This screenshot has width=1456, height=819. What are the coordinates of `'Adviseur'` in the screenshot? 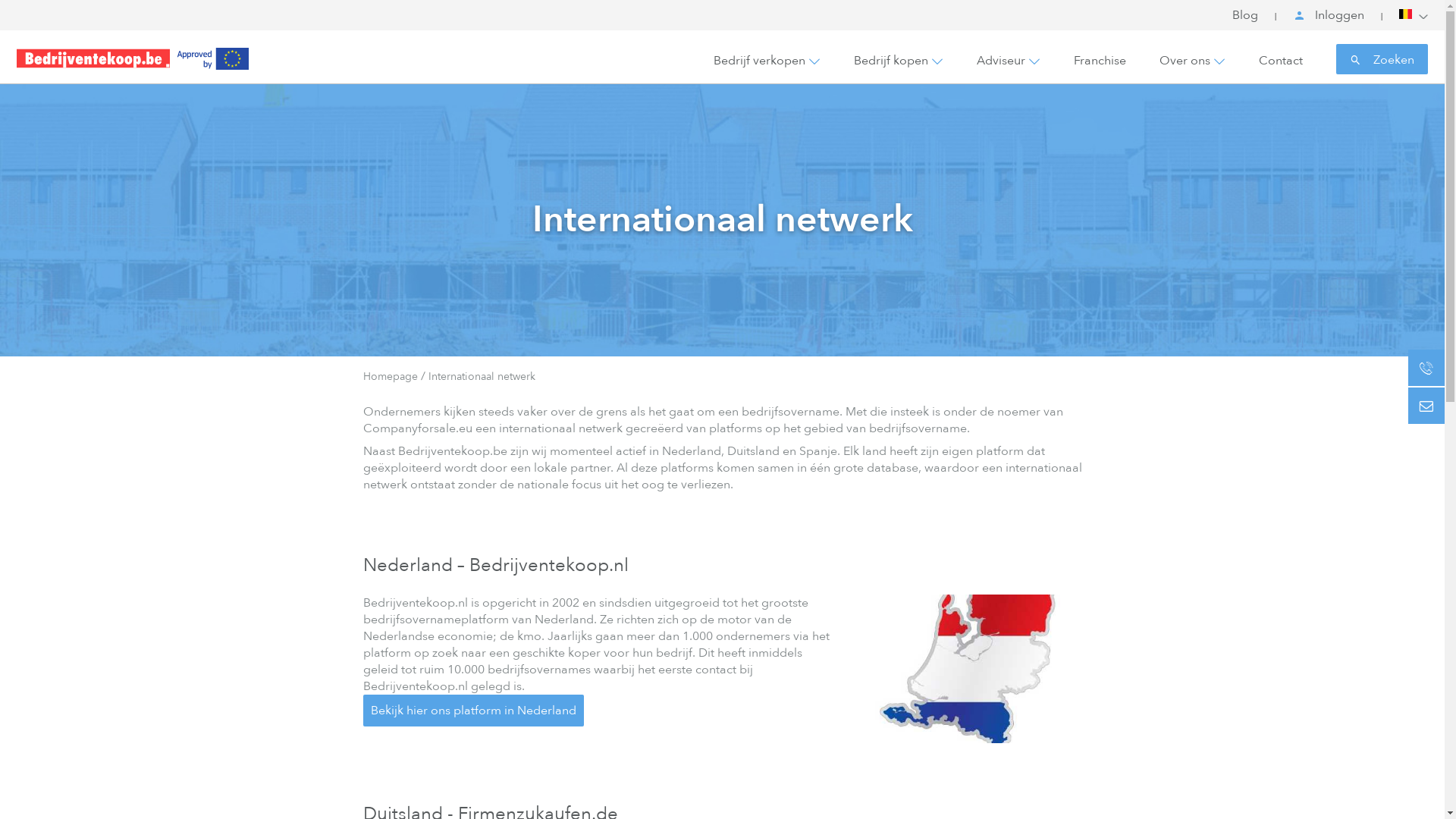 It's located at (1001, 60).